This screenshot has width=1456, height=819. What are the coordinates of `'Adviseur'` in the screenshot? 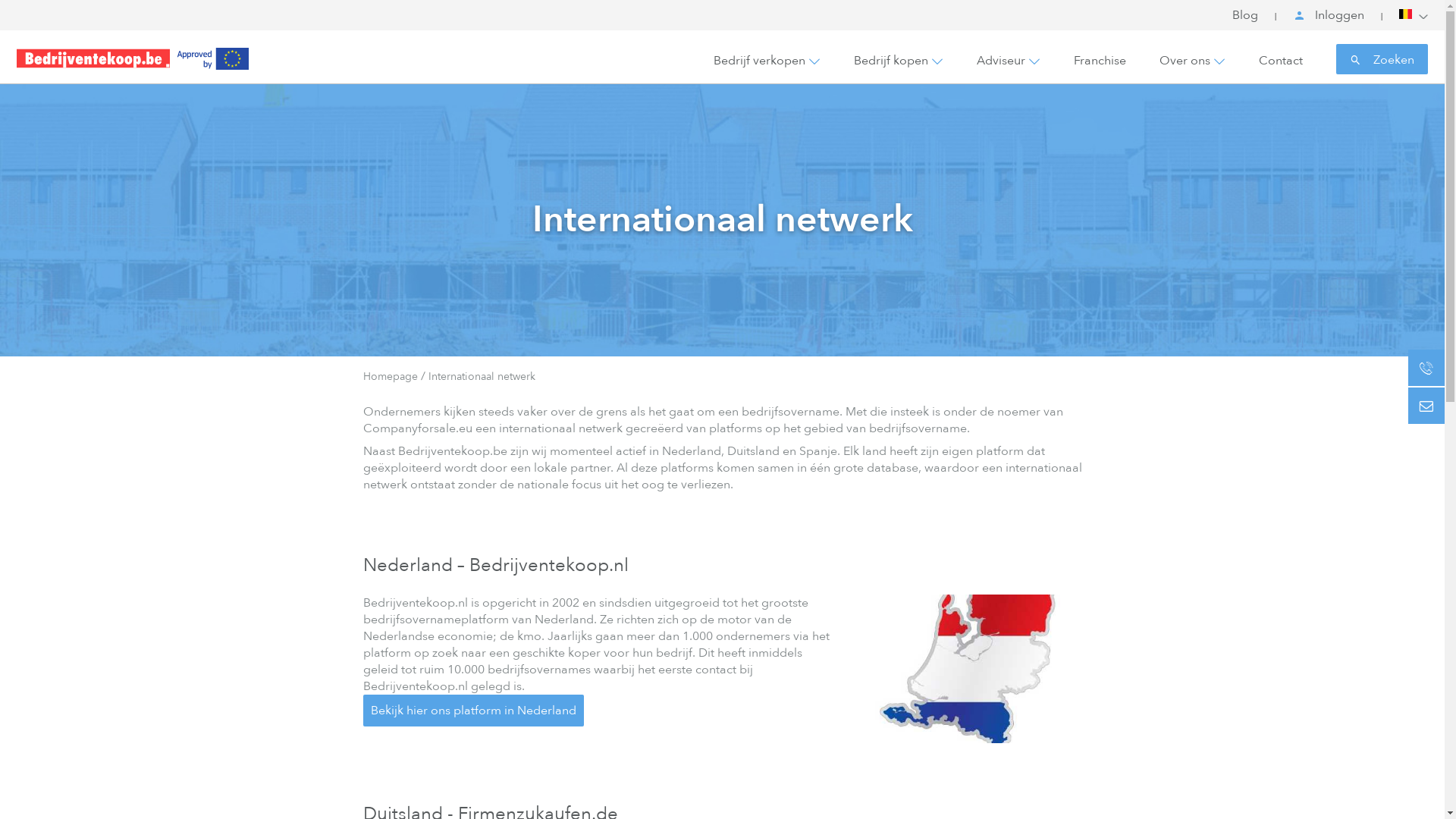 It's located at (1001, 60).